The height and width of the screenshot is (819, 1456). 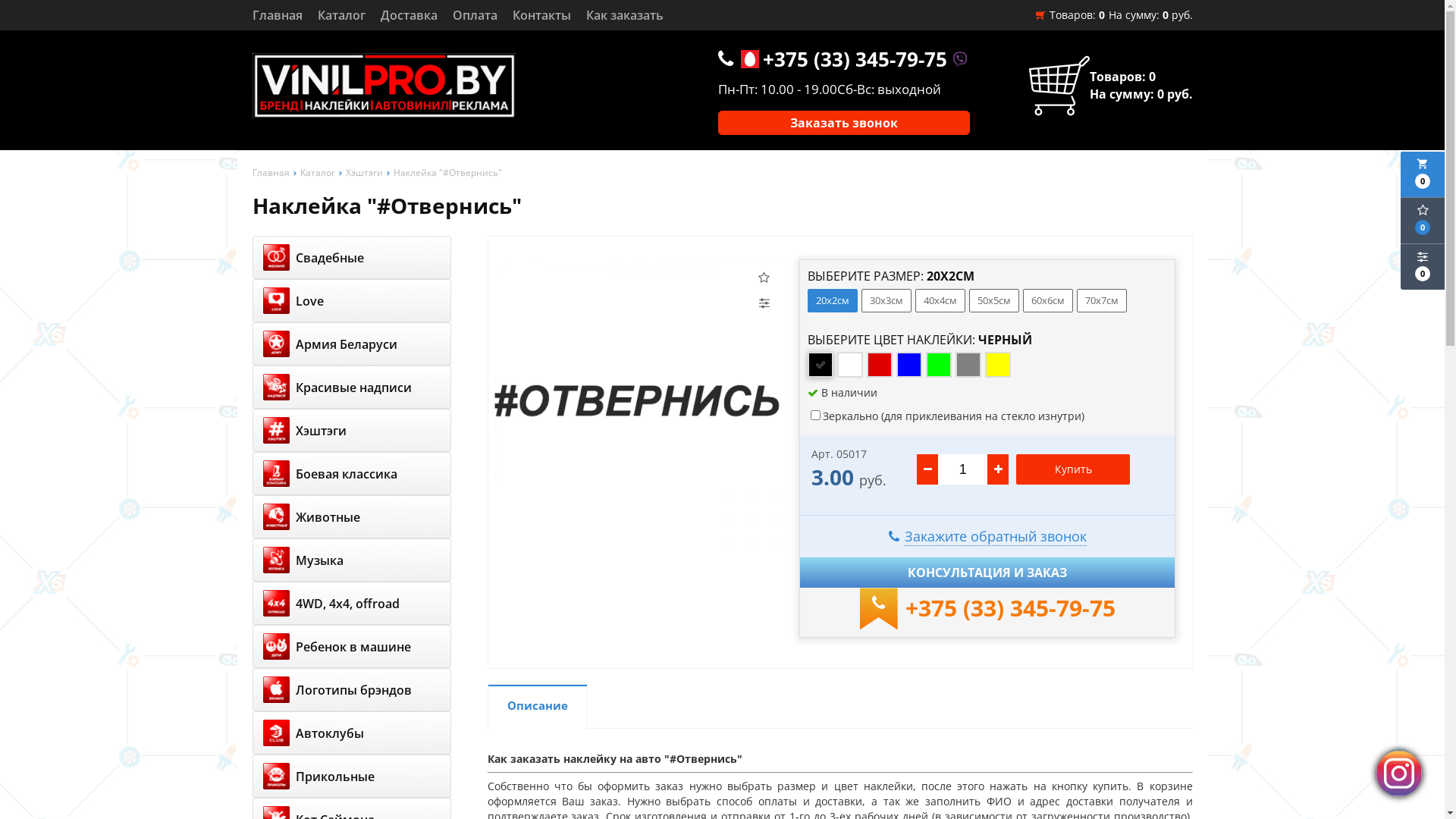 What do you see at coordinates (1400, 174) in the screenshot?
I see `'local_grocery_store` at bounding box center [1400, 174].